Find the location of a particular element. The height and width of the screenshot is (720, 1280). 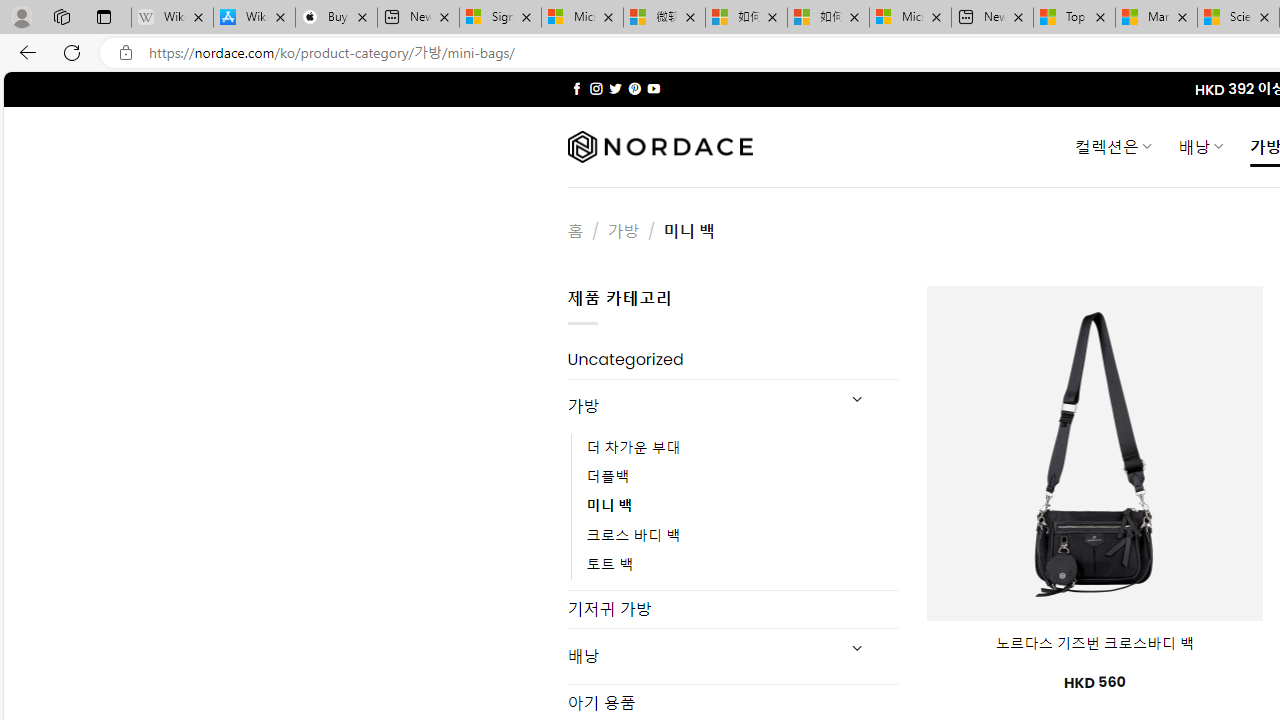

'Follow on Twitter' is located at coordinates (614, 88).